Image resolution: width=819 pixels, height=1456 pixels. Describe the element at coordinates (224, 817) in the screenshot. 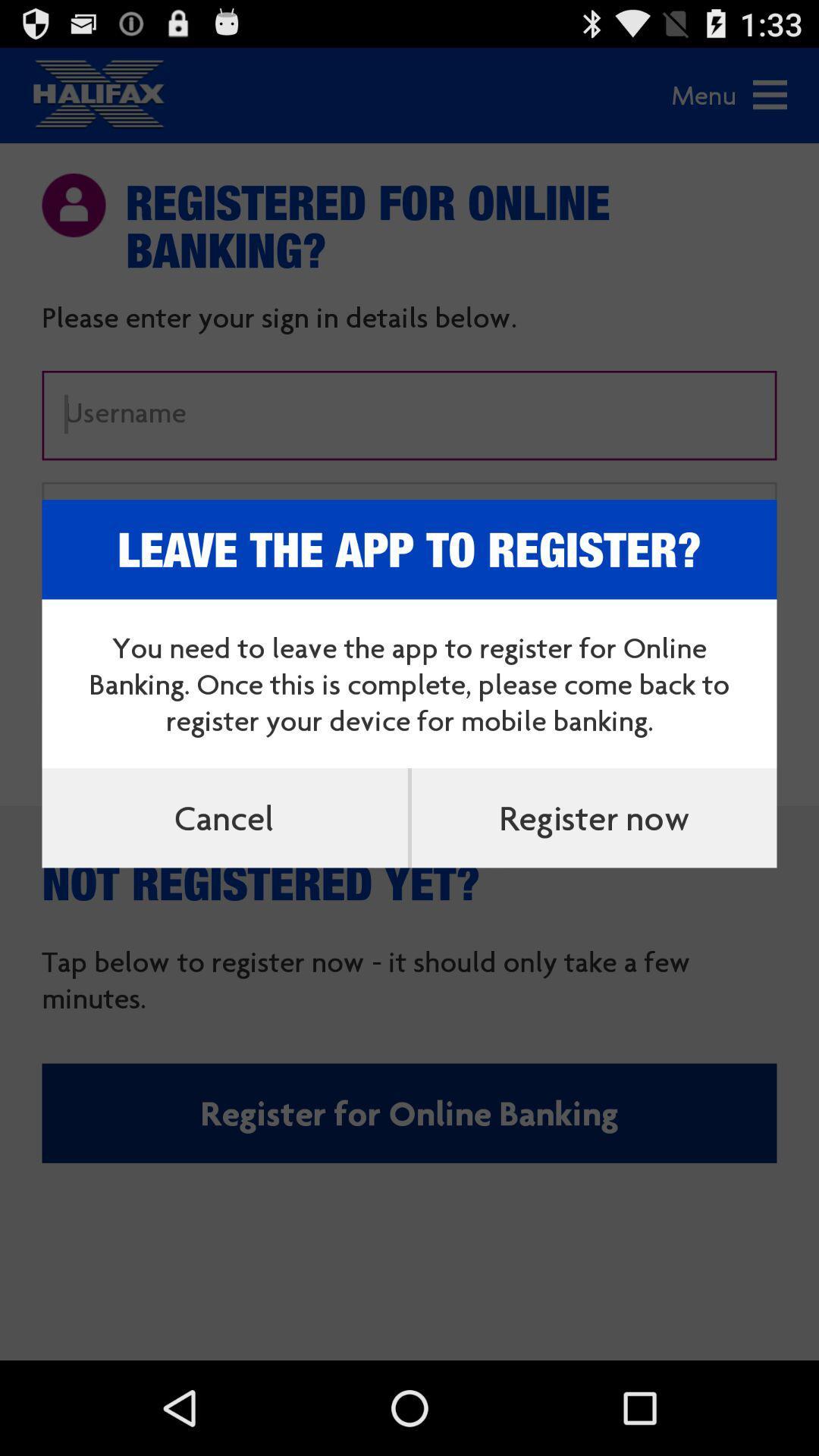

I see `the cancel item` at that location.